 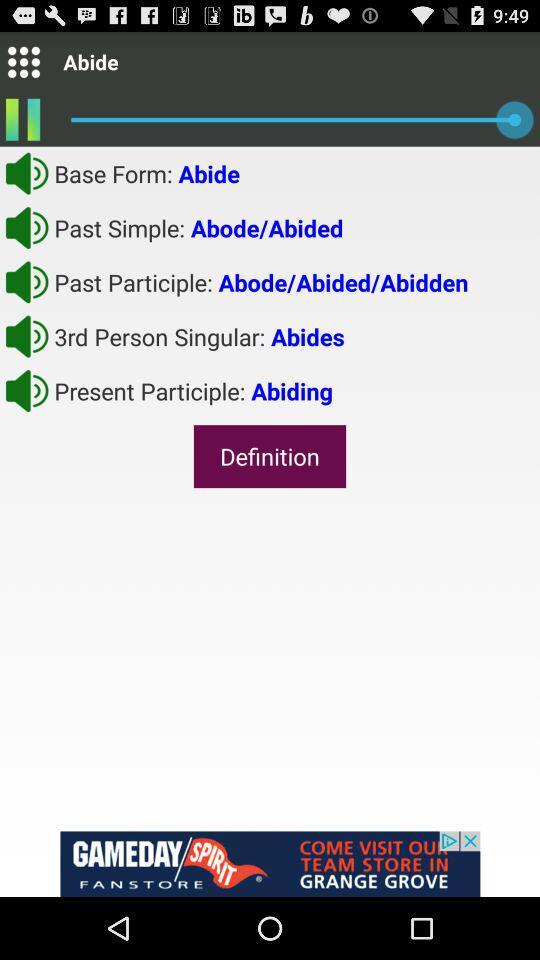 What do you see at coordinates (22, 126) in the screenshot?
I see `the pause icon` at bounding box center [22, 126].